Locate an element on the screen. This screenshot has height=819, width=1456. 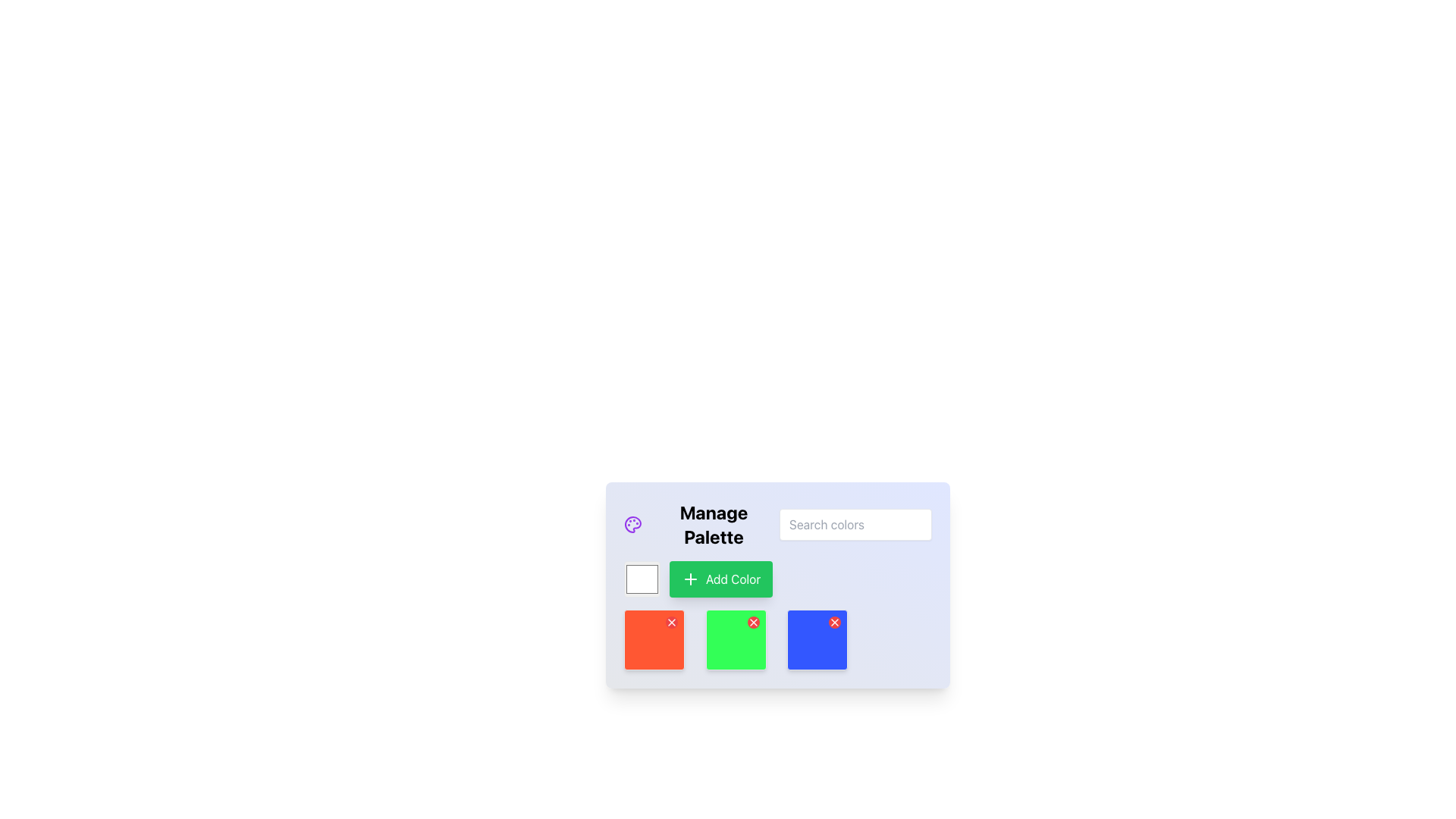
the color box in the grid layout at the bottom of the 'Manage Palette' interface for selection or editing is located at coordinates (778, 640).